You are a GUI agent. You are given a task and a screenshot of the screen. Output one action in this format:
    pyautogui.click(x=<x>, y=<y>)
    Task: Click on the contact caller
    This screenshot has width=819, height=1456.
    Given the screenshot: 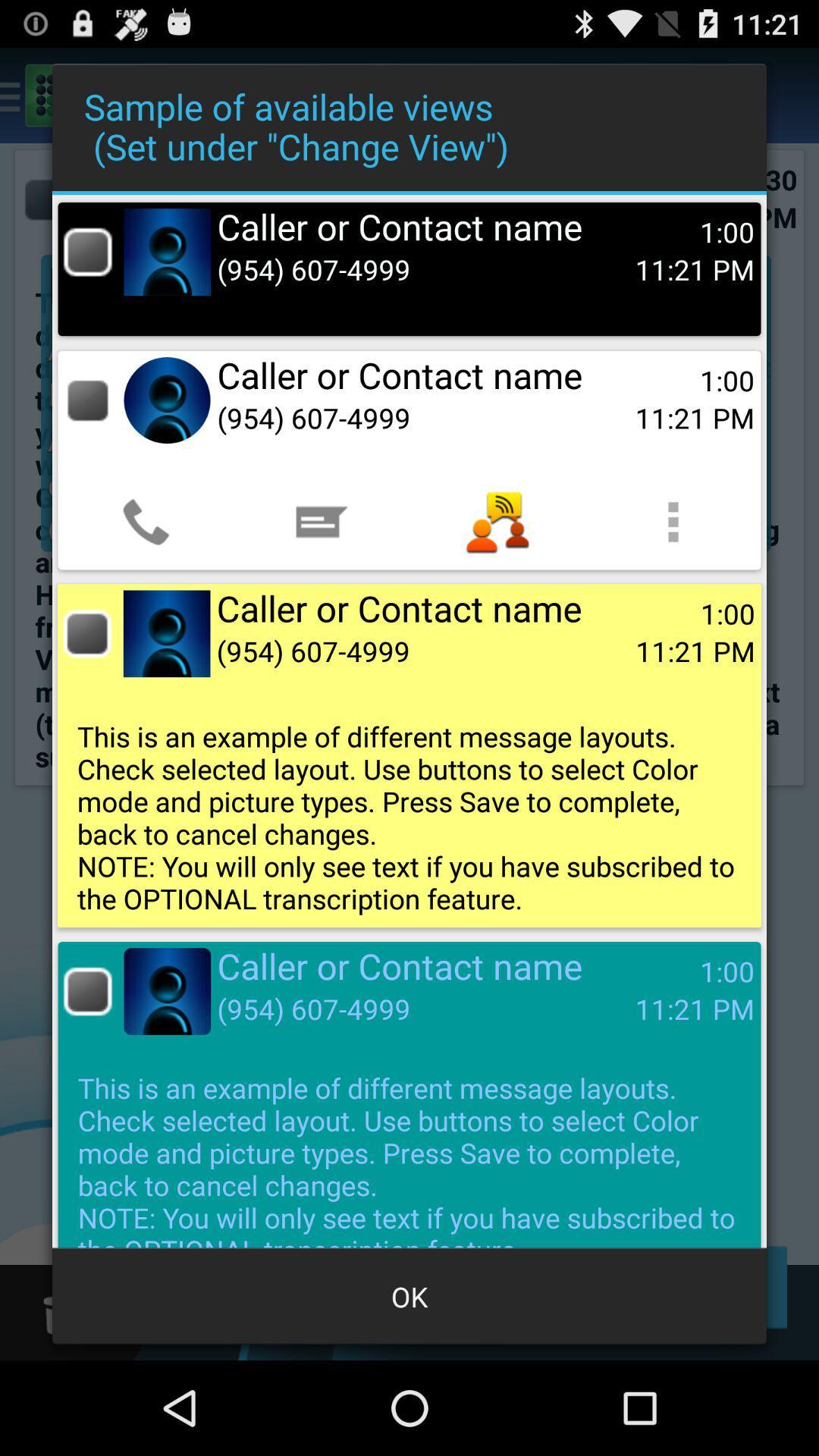 What is the action you would take?
    pyautogui.click(x=87, y=252)
    